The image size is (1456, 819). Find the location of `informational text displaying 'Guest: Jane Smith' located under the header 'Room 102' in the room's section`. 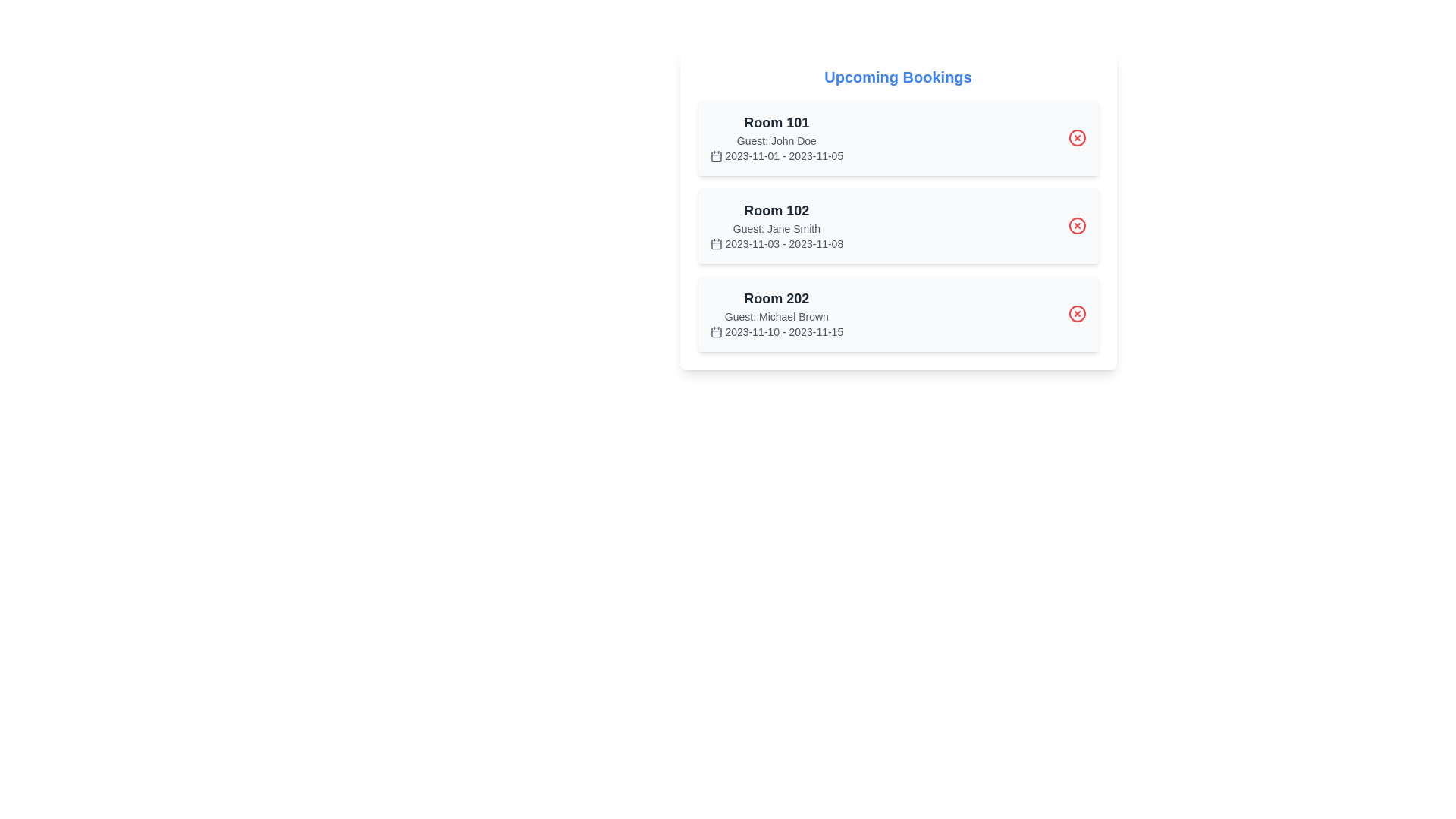

informational text displaying 'Guest: Jane Smith' located under the header 'Room 102' in the room's section is located at coordinates (777, 228).